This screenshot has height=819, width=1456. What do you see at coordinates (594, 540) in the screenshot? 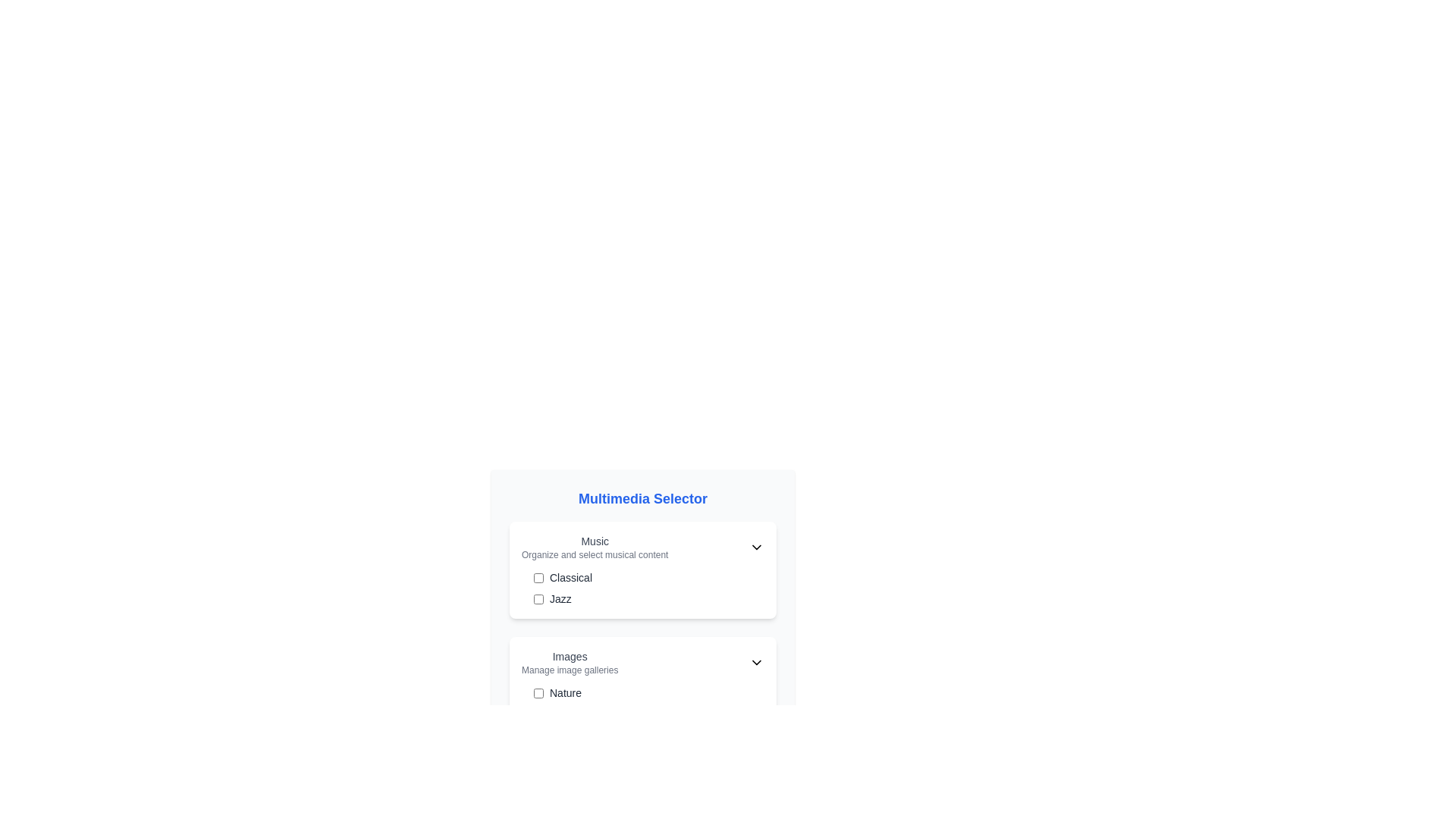
I see `the Text label that serves as a section header for music selection and organization, positioned at the top left of its subsection within the multimedia selector interface` at bounding box center [594, 540].